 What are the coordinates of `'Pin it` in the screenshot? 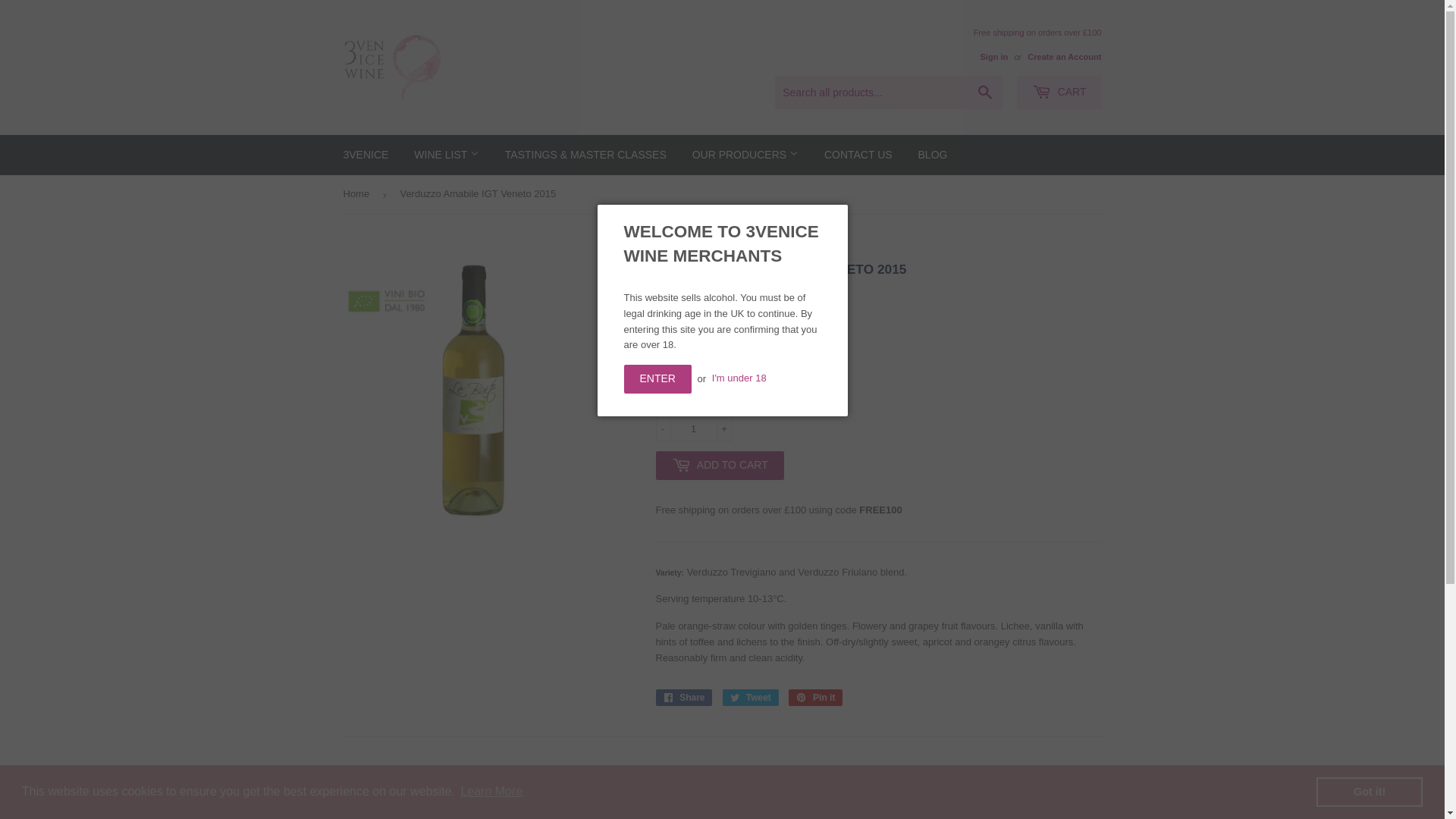 It's located at (814, 698).